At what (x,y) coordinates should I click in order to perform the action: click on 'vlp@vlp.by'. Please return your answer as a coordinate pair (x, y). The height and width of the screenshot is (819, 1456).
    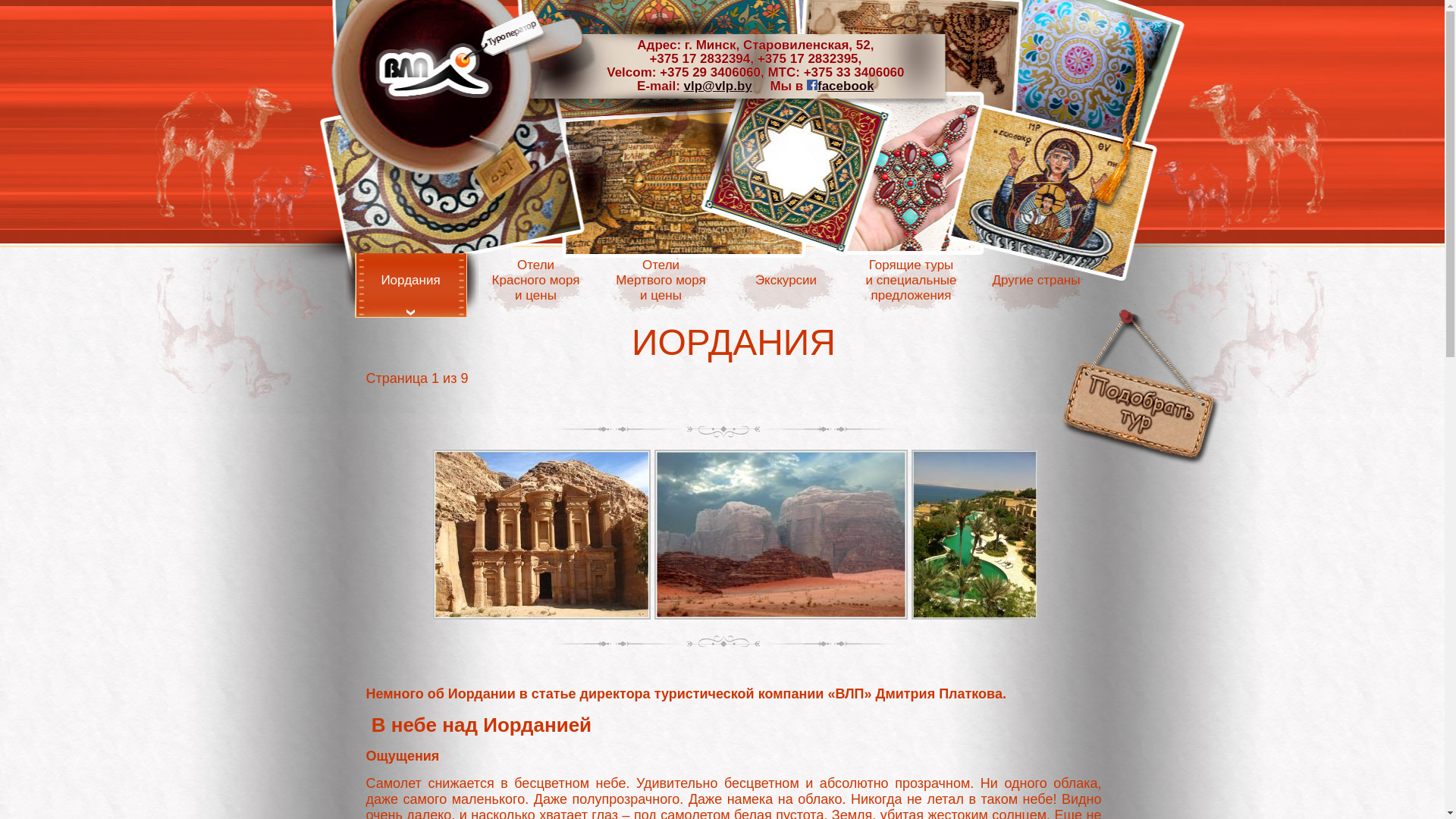
    Looking at the image, I should click on (717, 86).